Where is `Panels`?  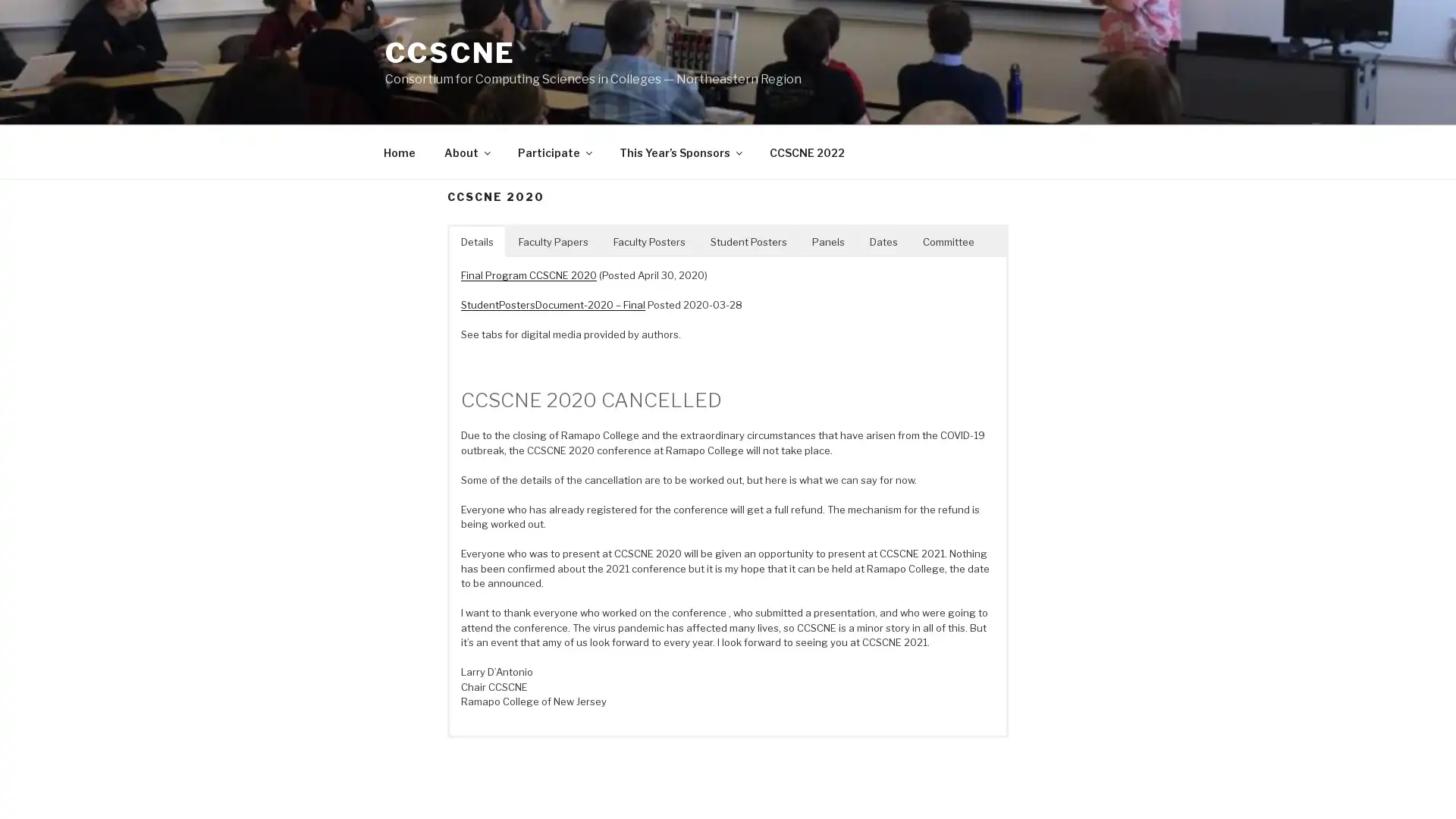 Panels is located at coordinates (827, 240).